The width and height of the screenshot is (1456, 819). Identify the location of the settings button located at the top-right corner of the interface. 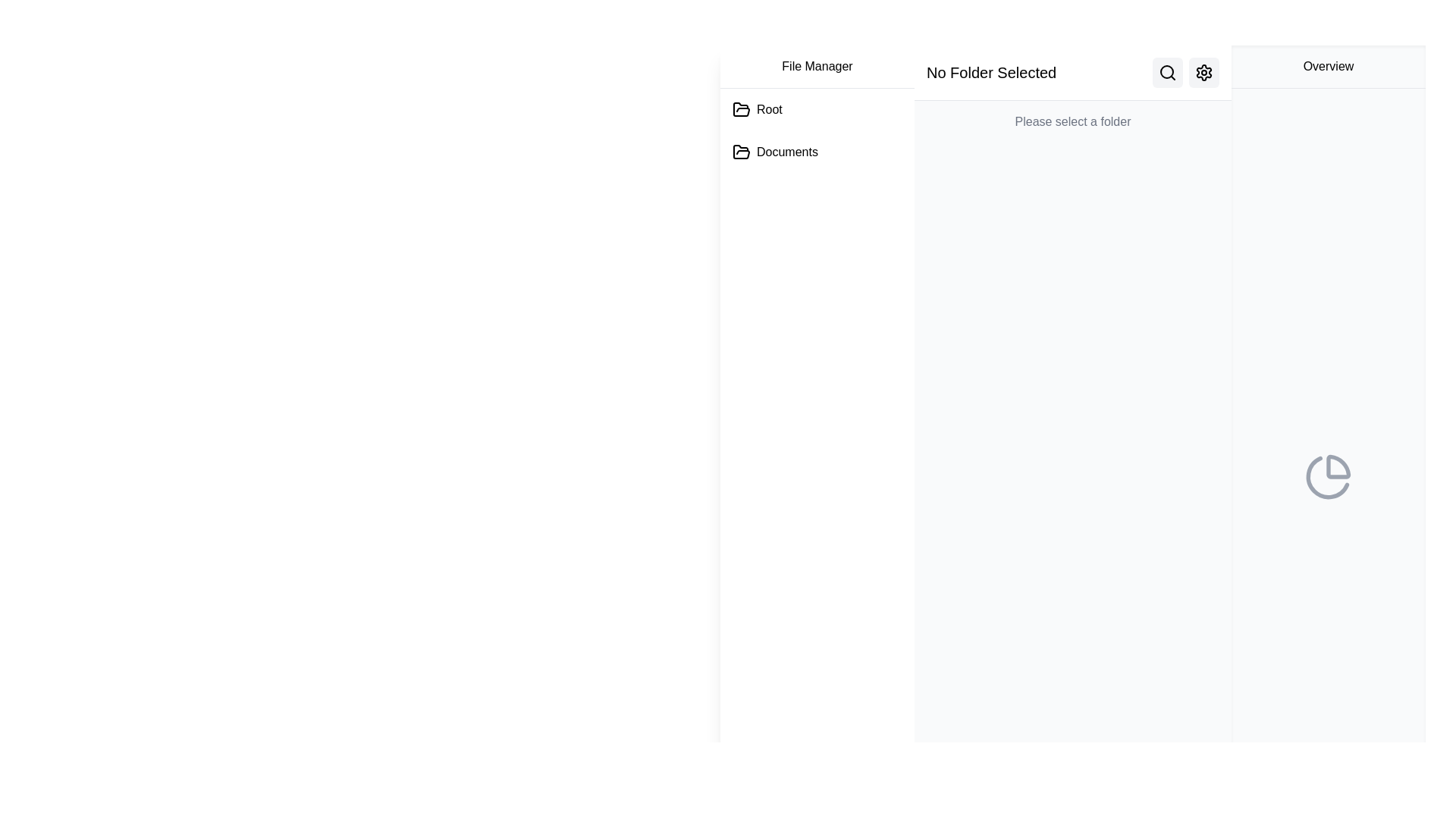
(1203, 73).